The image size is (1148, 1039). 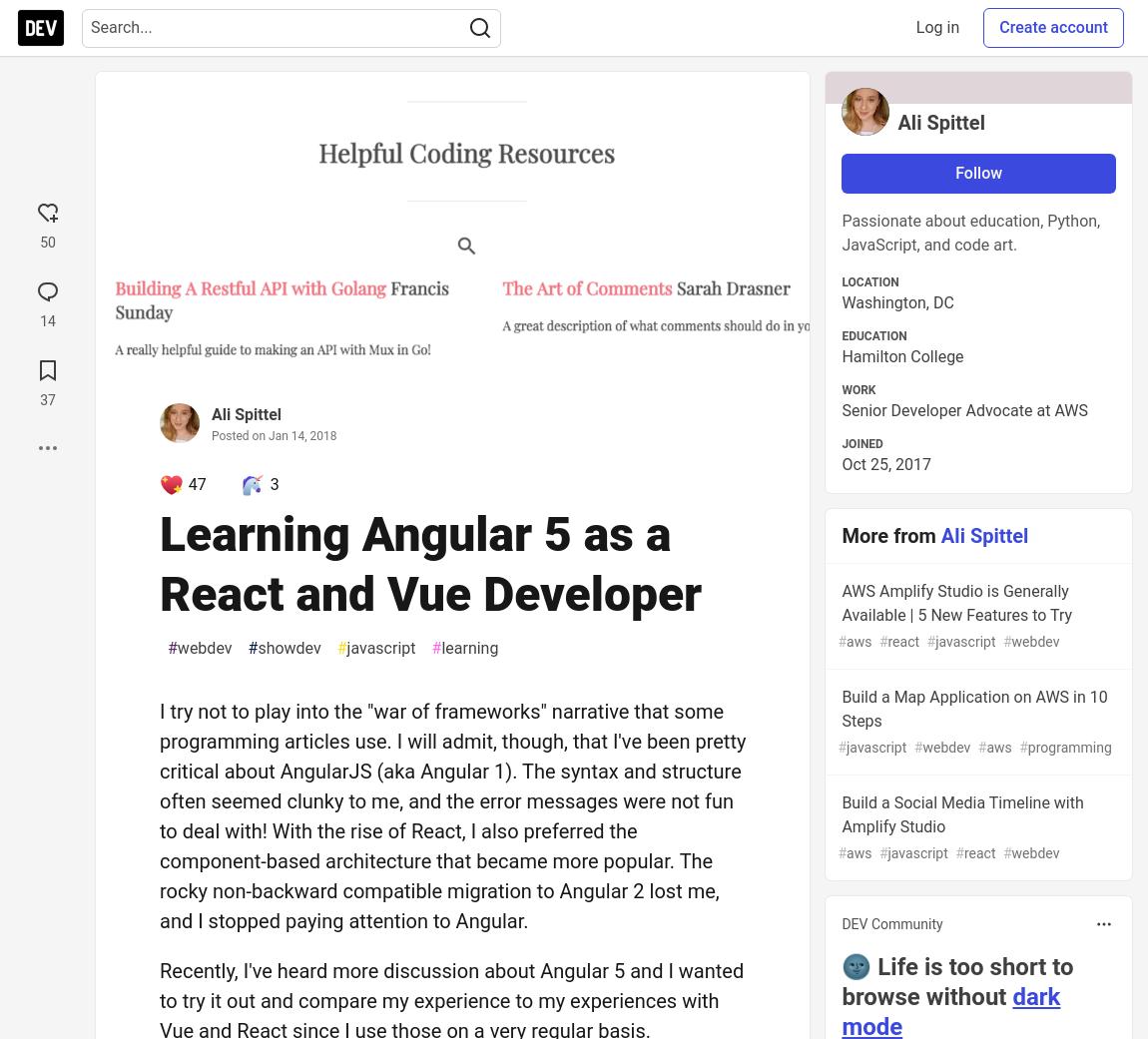 What do you see at coordinates (256, 647) in the screenshot?
I see `'showdev'` at bounding box center [256, 647].